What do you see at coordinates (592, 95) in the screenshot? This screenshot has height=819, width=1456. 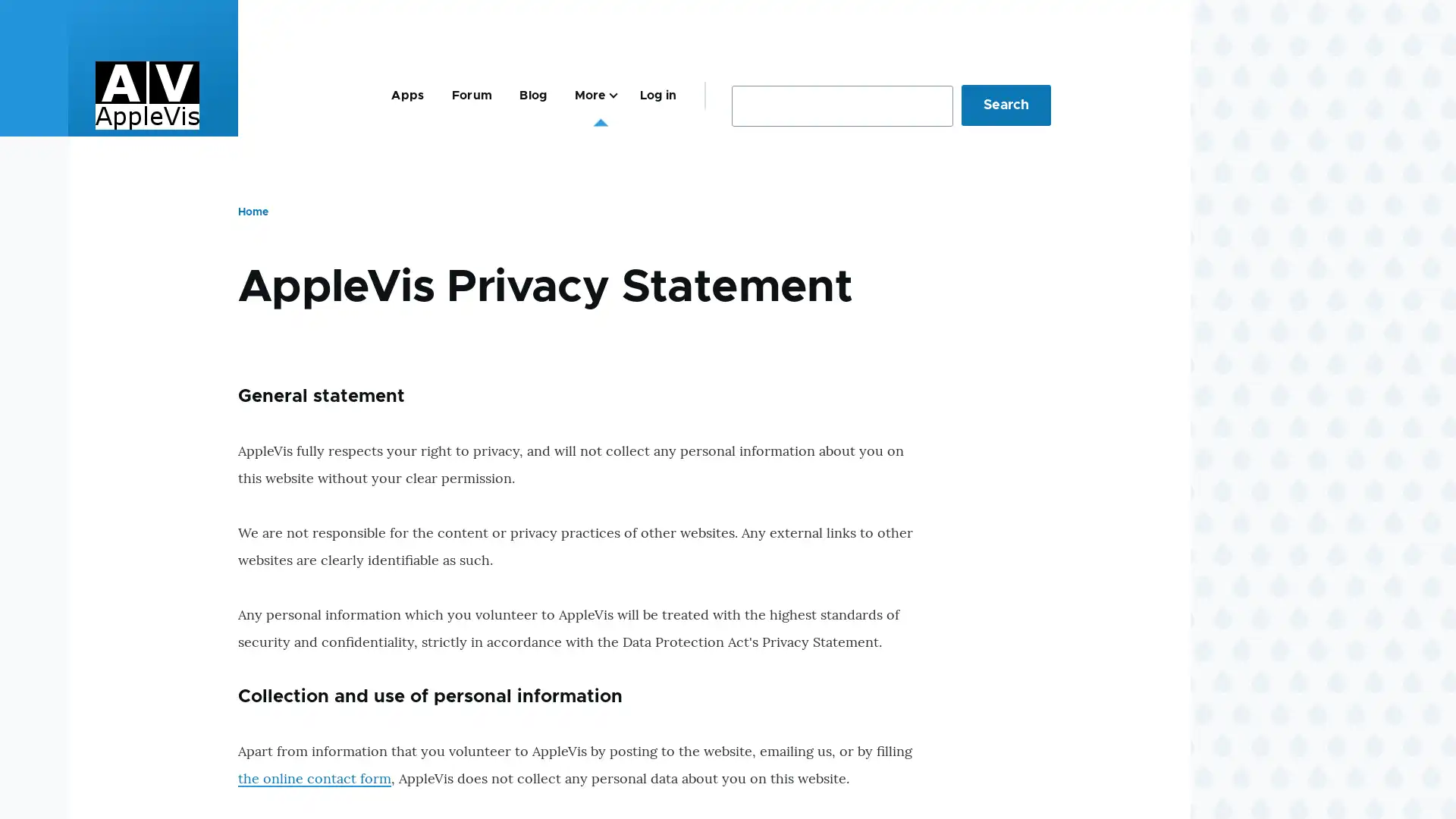 I see `More` at bounding box center [592, 95].